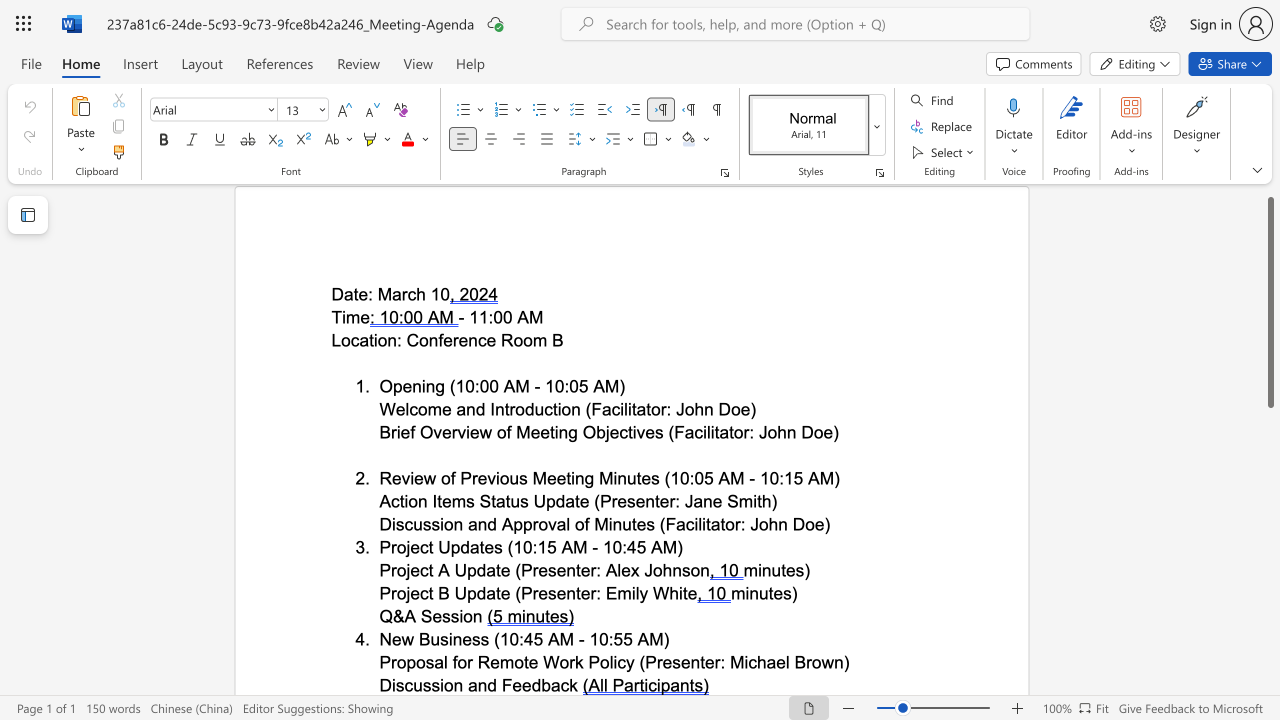 This screenshot has height=720, width=1280. What do you see at coordinates (536, 684) in the screenshot?
I see `the 2th character "d" in the text` at bounding box center [536, 684].